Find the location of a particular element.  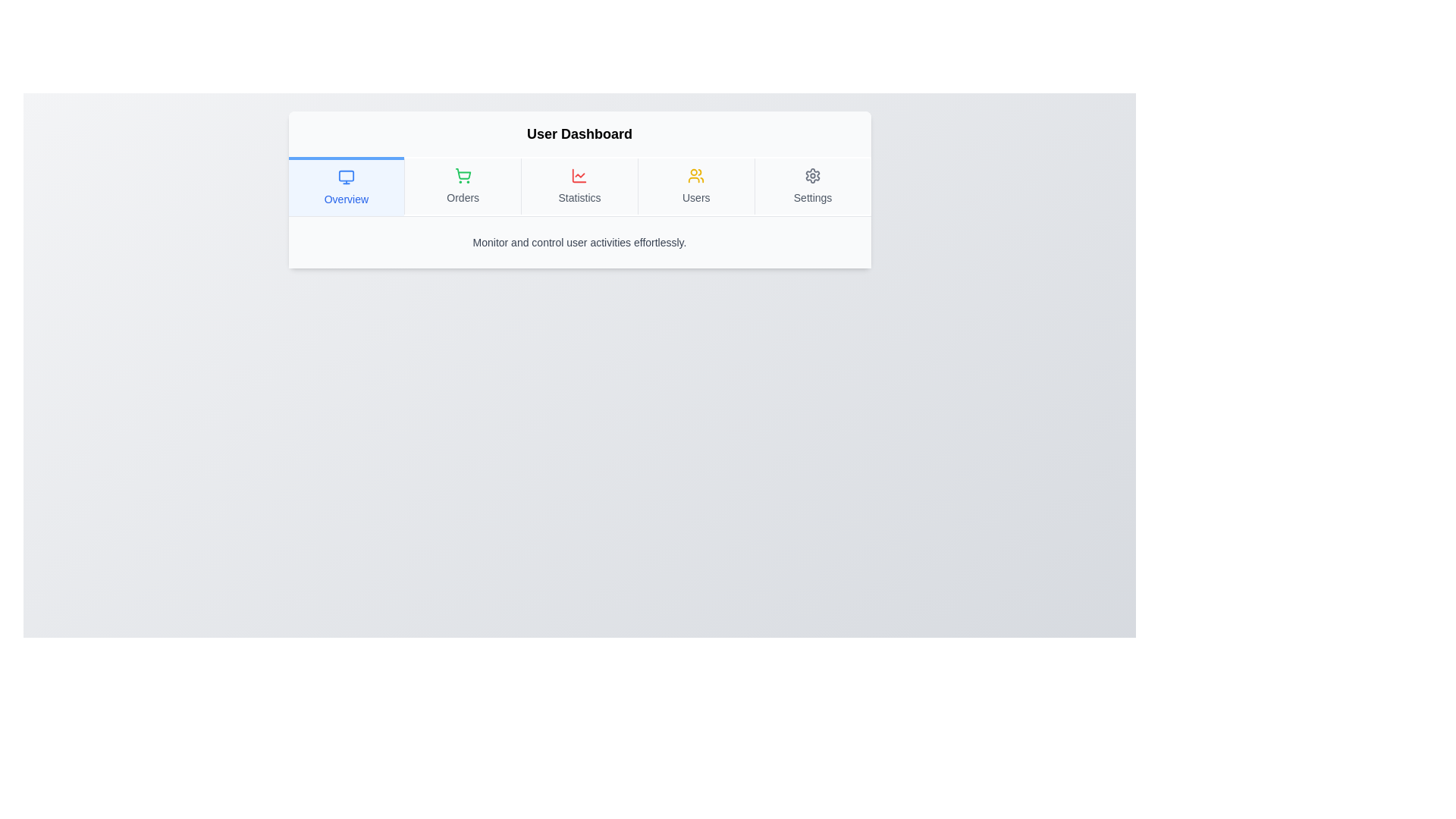

the 'Overview' button, which is styled with a blue icon resembling a monitor and located at the far left of the navigation group in the user dashboard interface, to potentially display a tooltip is located at coordinates (345, 186).